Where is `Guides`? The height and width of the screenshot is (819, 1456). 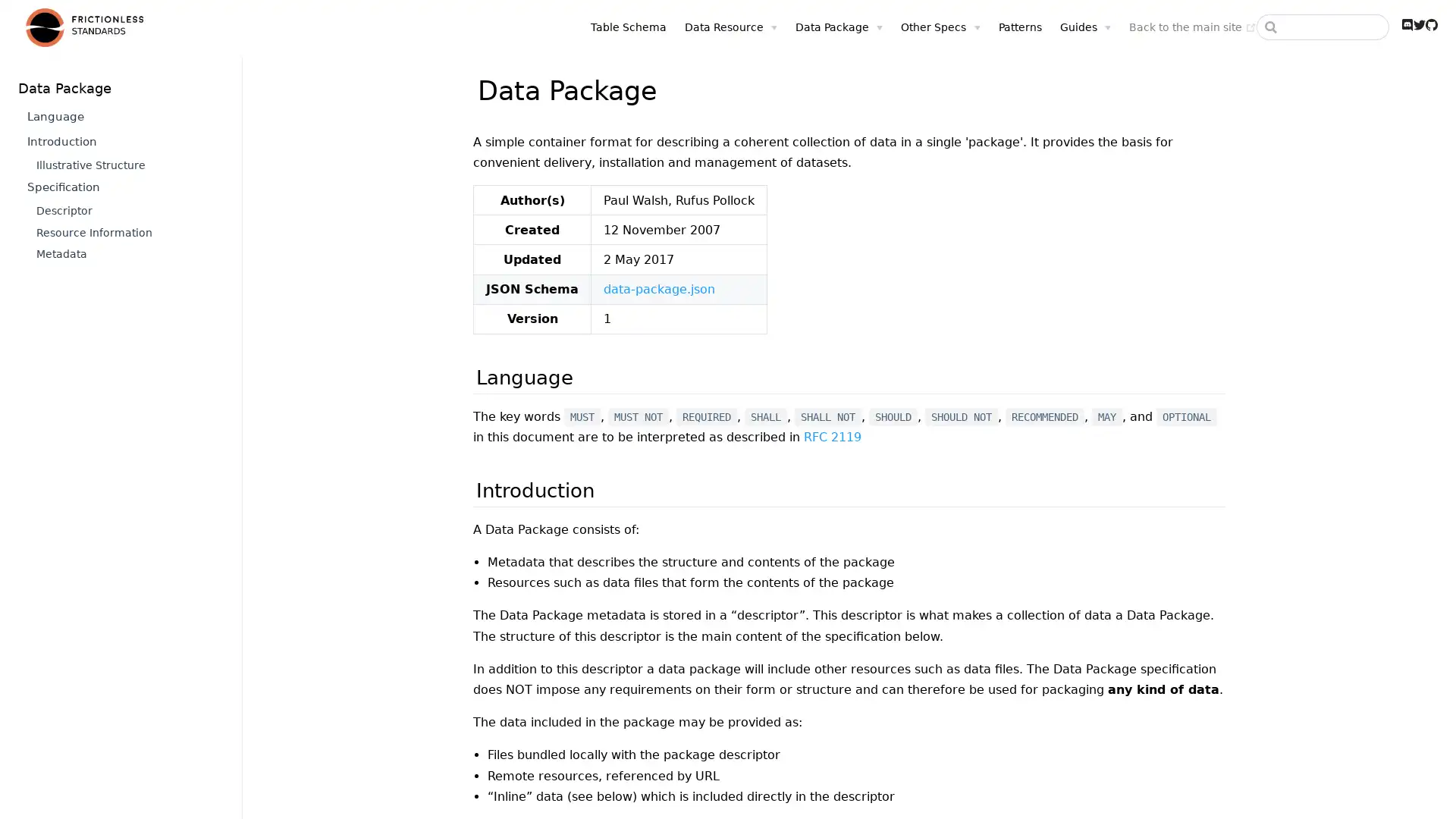
Guides is located at coordinates (1063, 27).